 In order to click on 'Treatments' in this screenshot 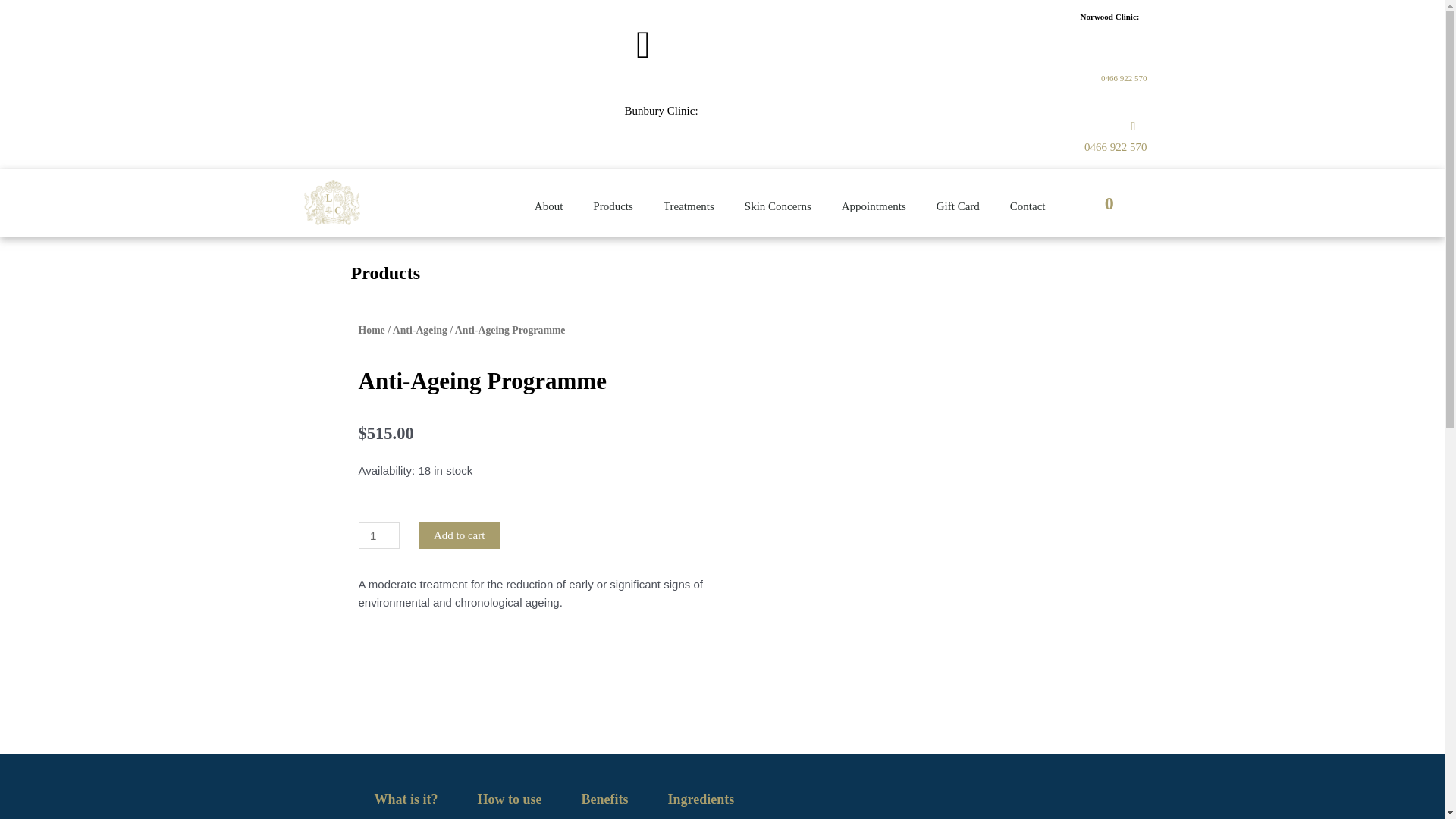, I will do `click(648, 206)`.